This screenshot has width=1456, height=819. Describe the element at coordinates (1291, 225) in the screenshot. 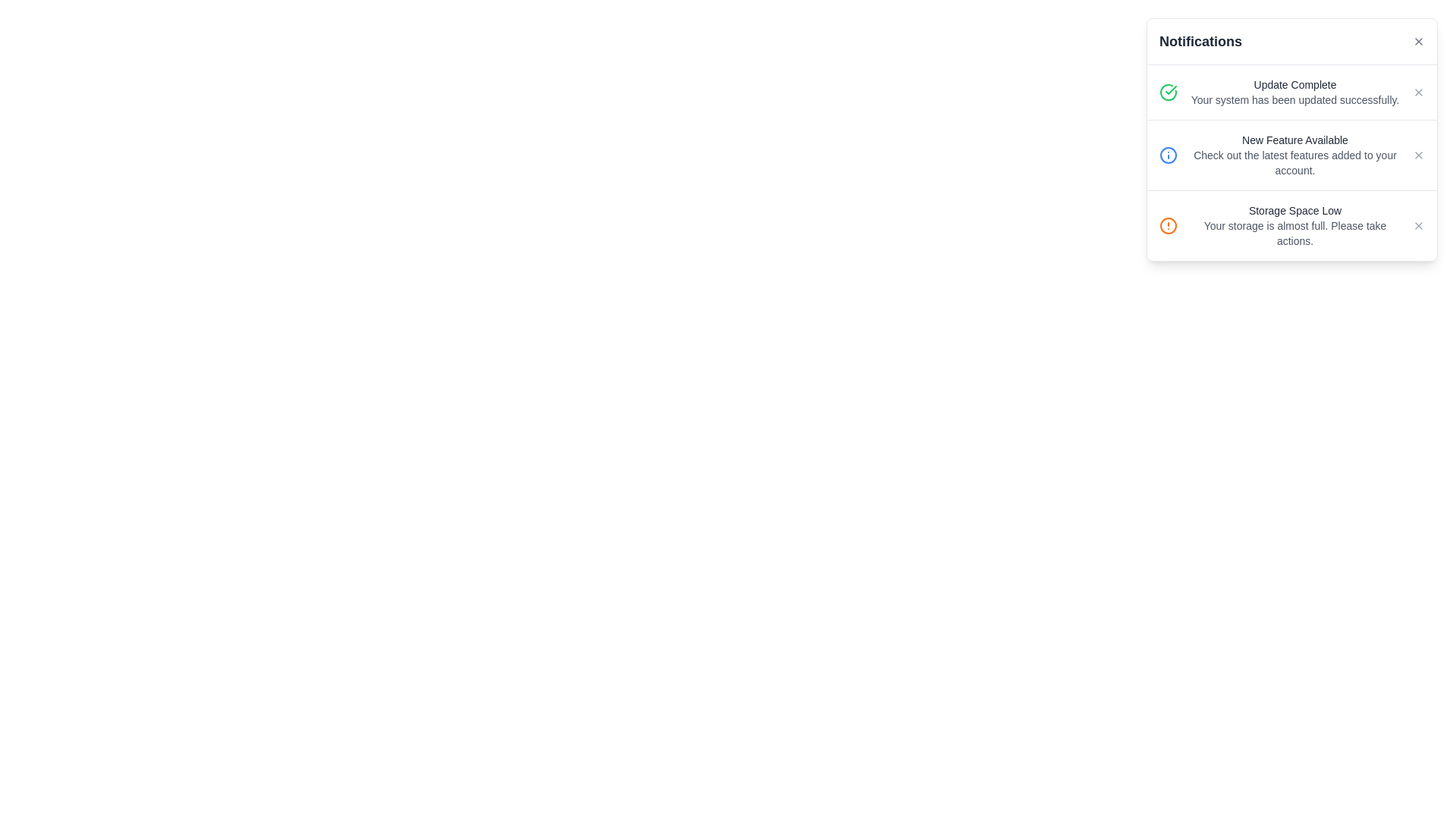

I see `the third notification item which has a warning message with an orange exclamation icon, displaying 'Storage Space Low' in bold, located at the bottom of the notifications section` at that location.